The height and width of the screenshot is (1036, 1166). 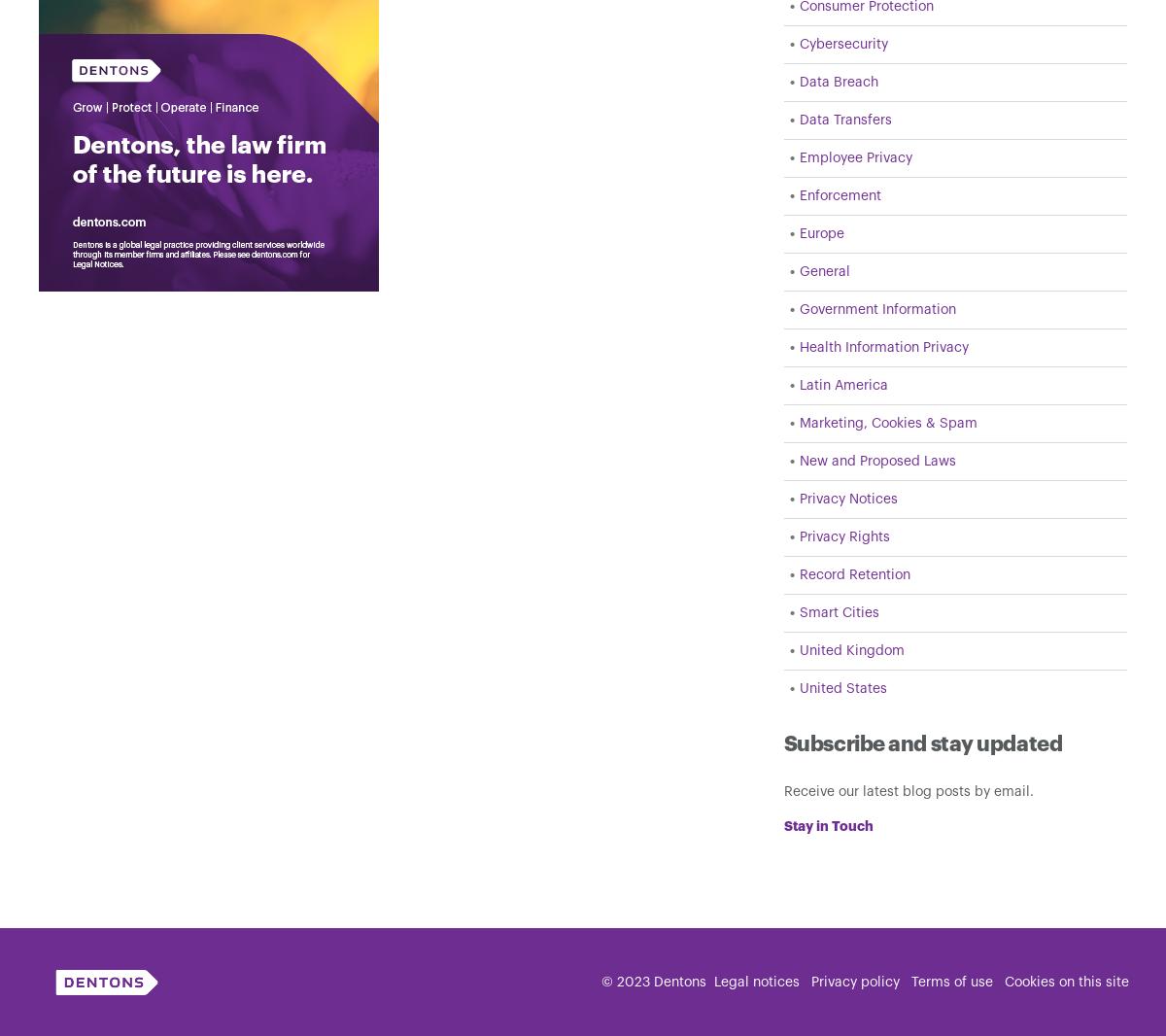 What do you see at coordinates (798, 195) in the screenshot?
I see `'Enforcement'` at bounding box center [798, 195].